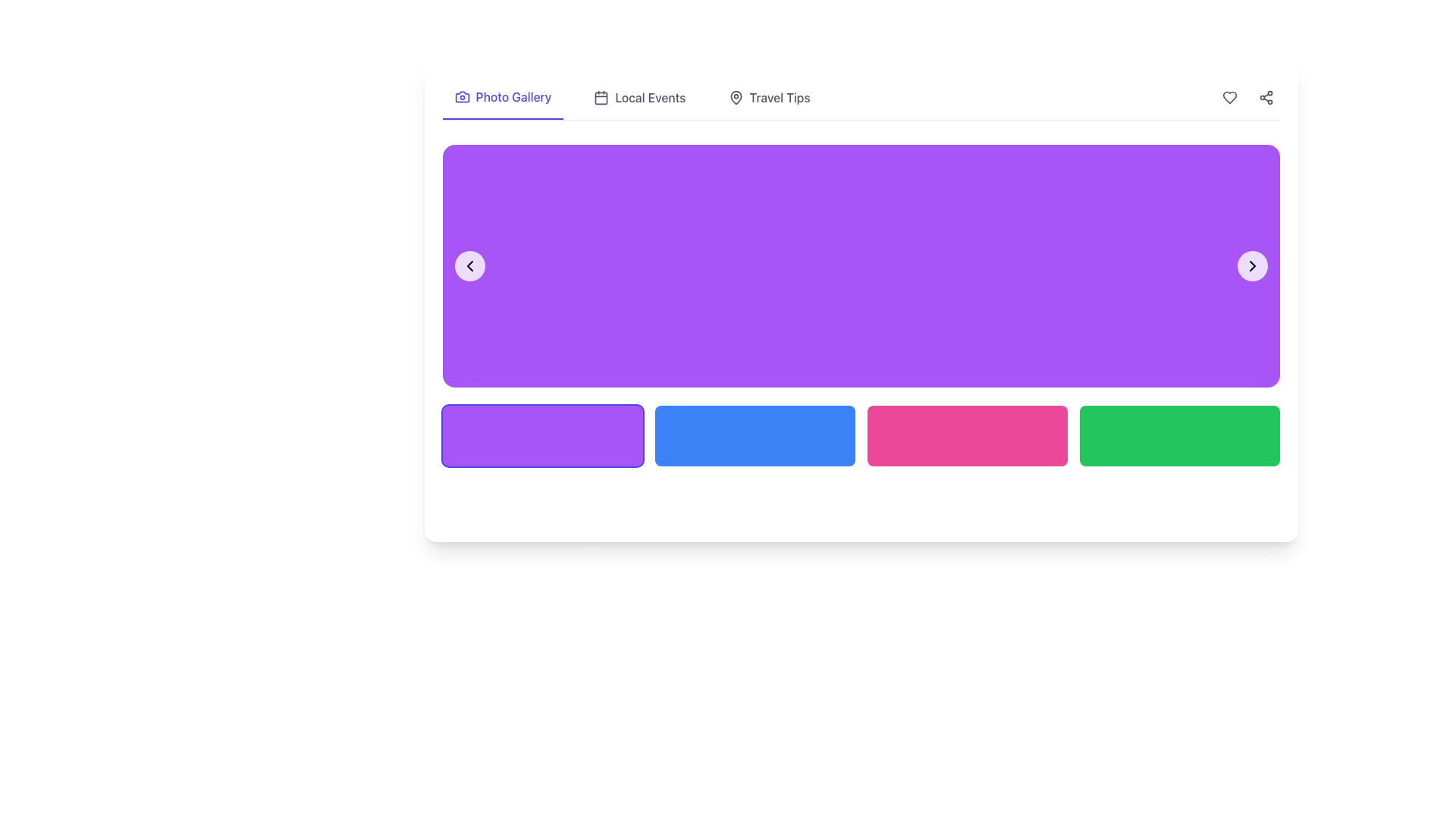 This screenshot has height=819, width=1456. What do you see at coordinates (1252, 265) in the screenshot?
I see `the right-pointing chevron arrow icon located in a circular semi-transparent white button on the right side of a large purple content area to trigger visual feedback` at bounding box center [1252, 265].